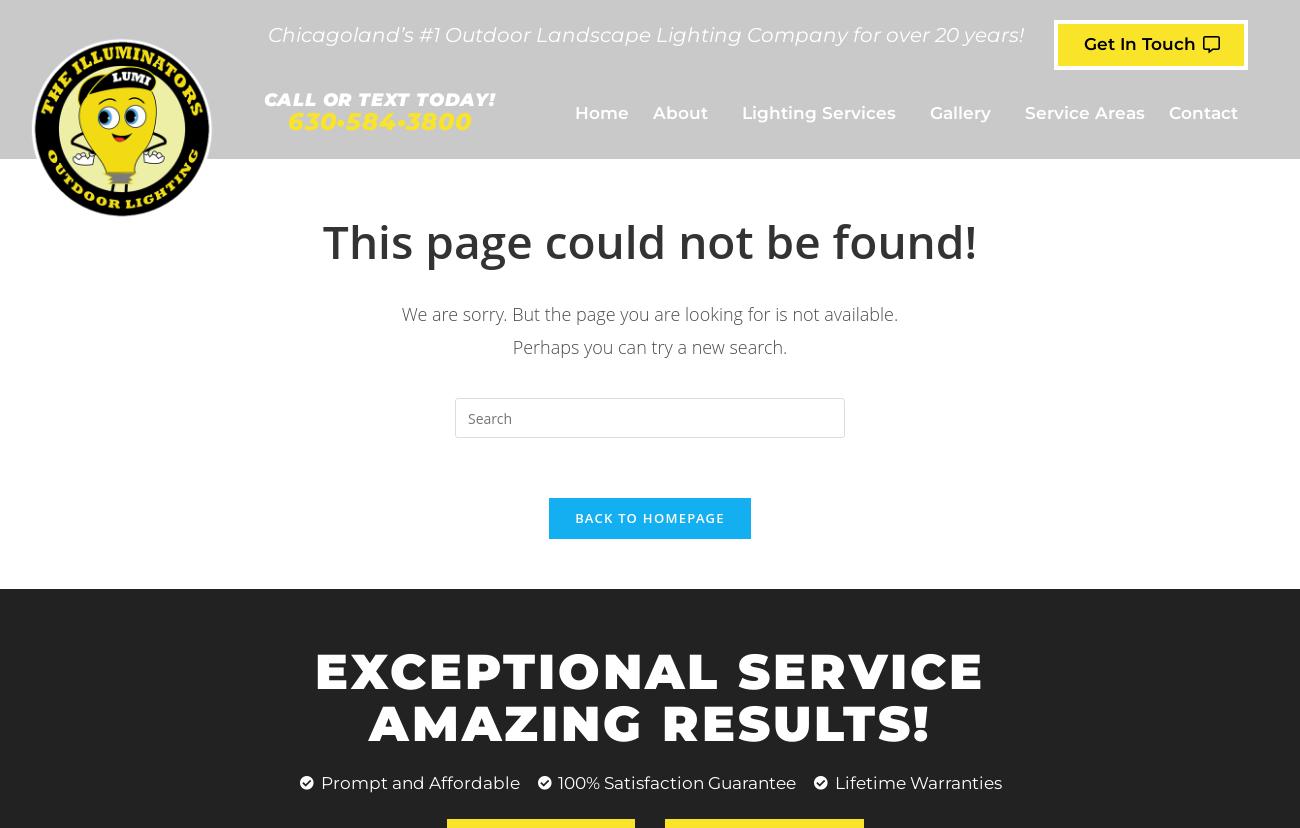 This screenshot has width=1300, height=828. Describe the element at coordinates (573, 111) in the screenshot. I see `'Home'` at that location.